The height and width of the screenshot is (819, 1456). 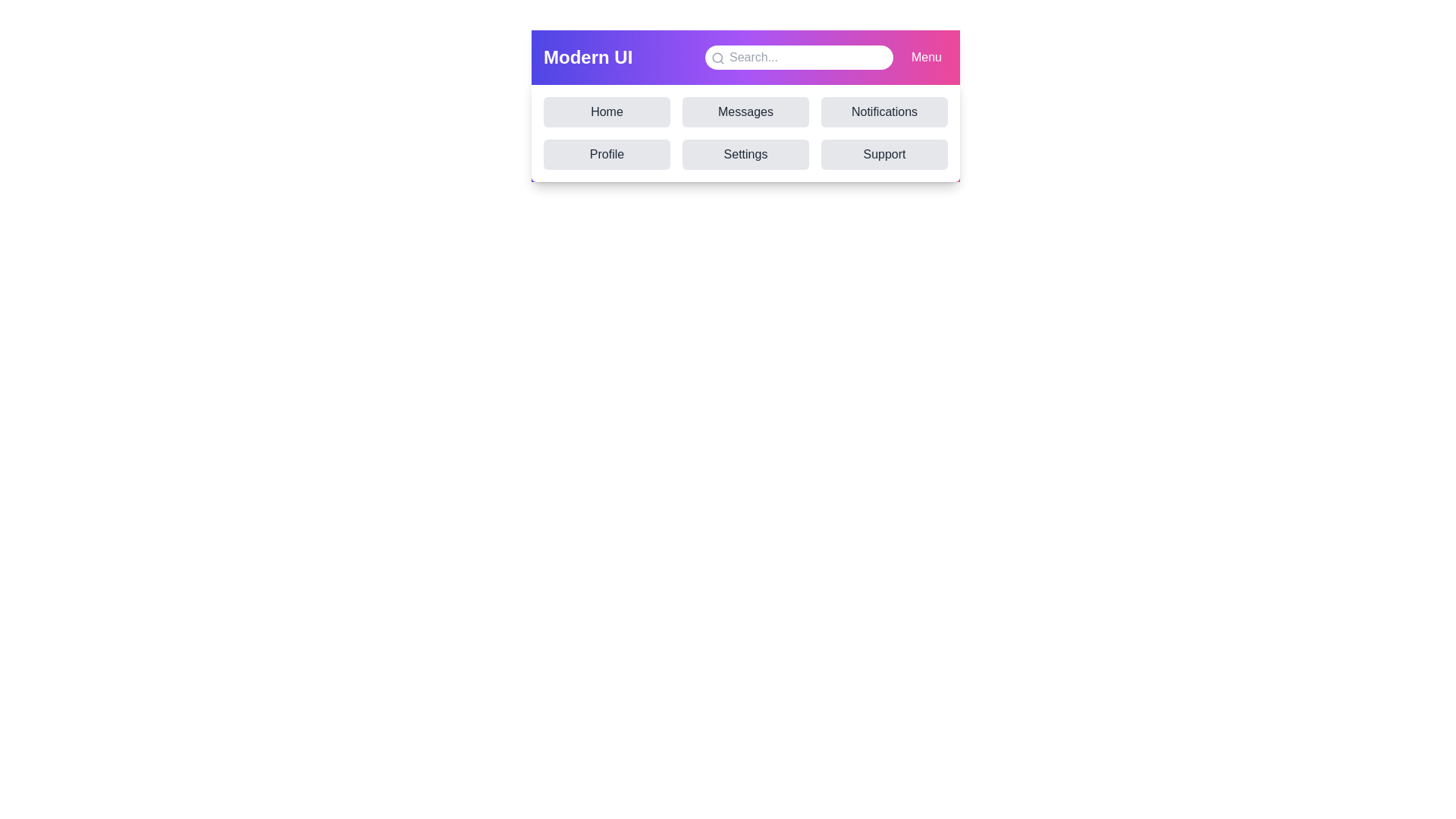 What do you see at coordinates (745, 111) in the screenshot?
I see `the navigation item Messages to simulate navigation` at bounding box center [745, 111].